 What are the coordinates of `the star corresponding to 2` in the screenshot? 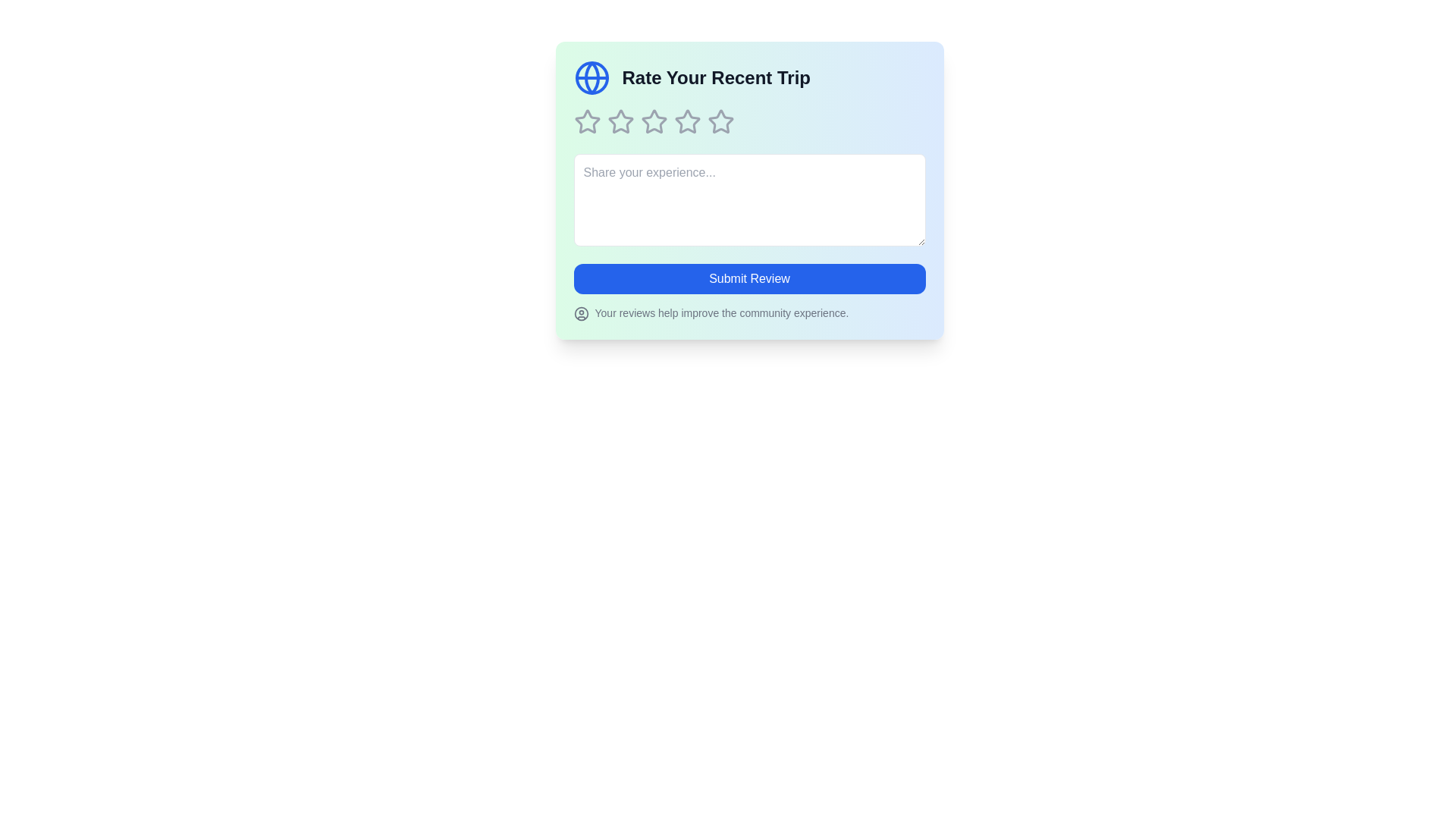 It's located at (620, 121).